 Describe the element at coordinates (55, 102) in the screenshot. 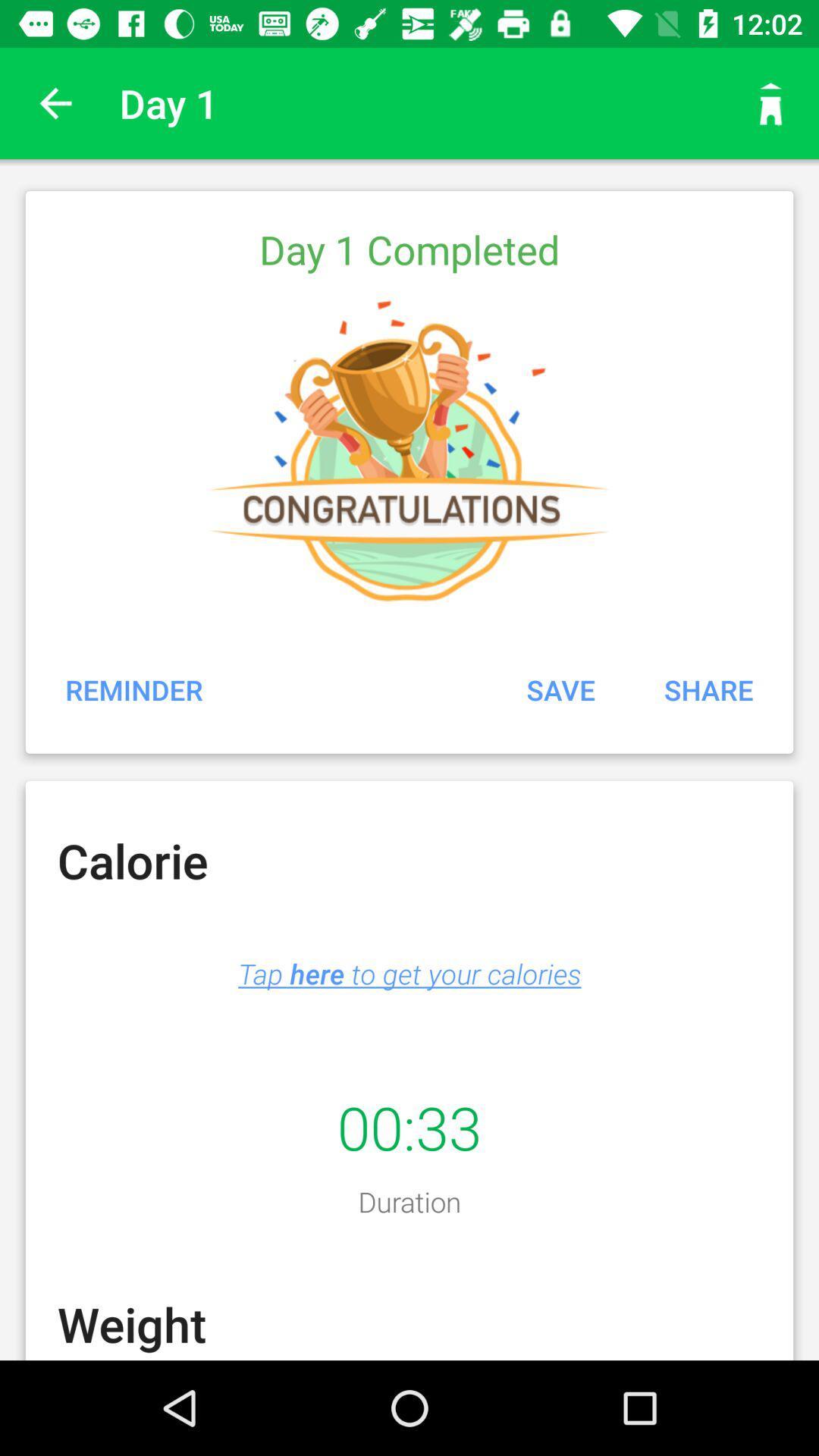

I see `the icon to the left of the day 1` at that location.